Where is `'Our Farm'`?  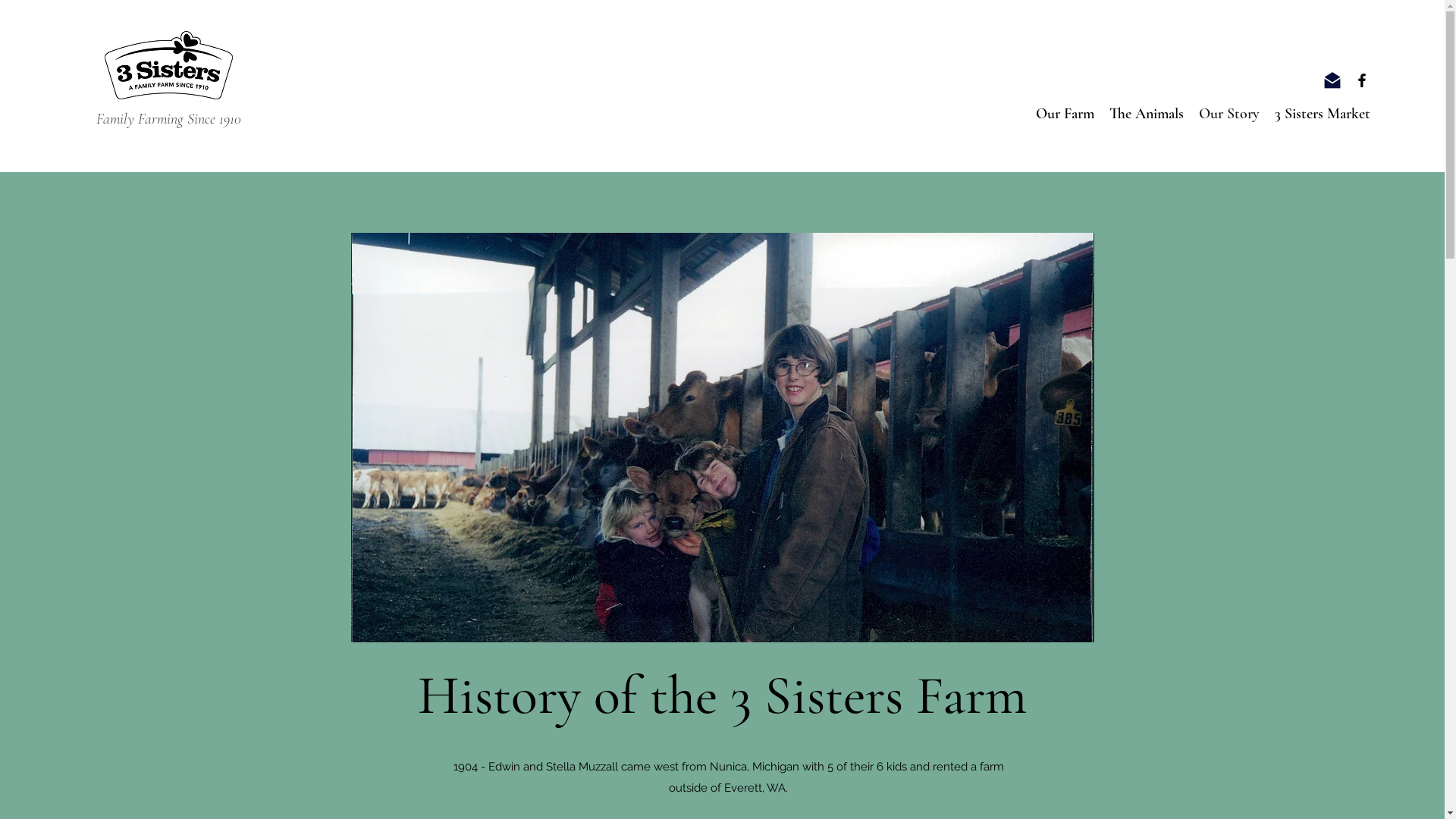 'Our Farm' is located at coordinates (1064, 113).